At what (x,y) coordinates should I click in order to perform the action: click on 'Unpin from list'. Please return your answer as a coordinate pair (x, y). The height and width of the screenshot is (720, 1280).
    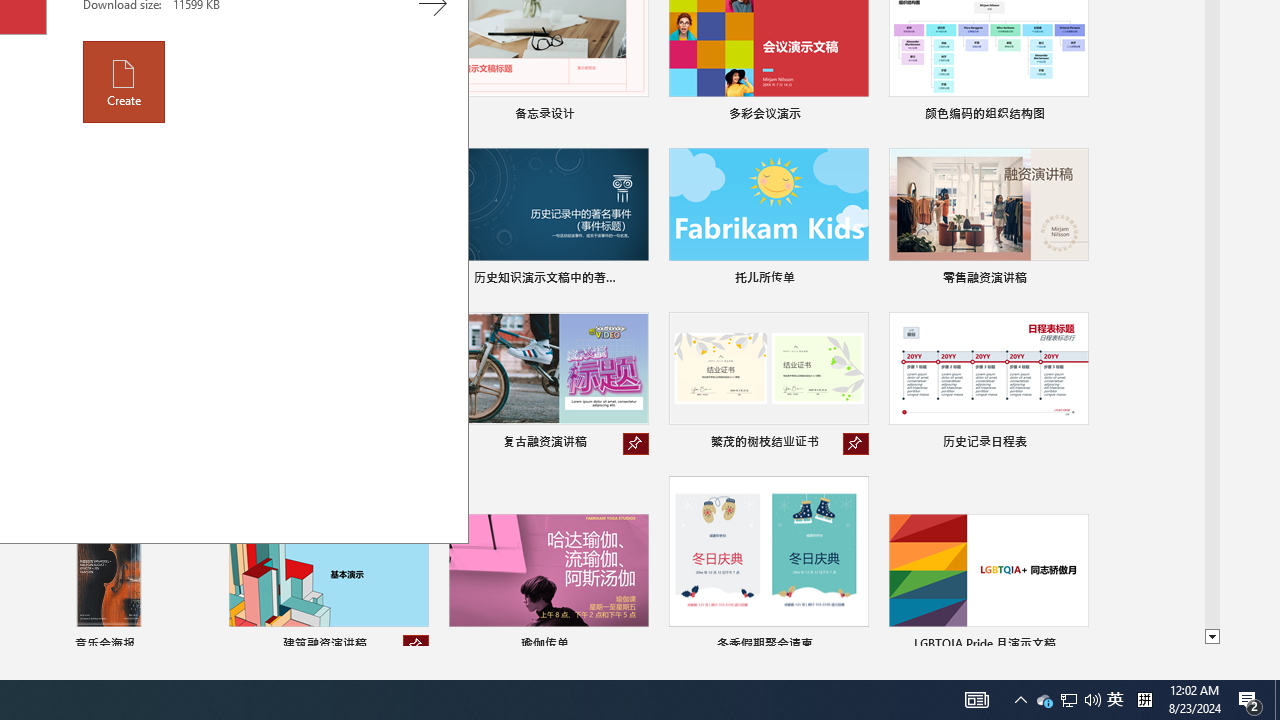
    Looking at the image, I should click on (415, 645).